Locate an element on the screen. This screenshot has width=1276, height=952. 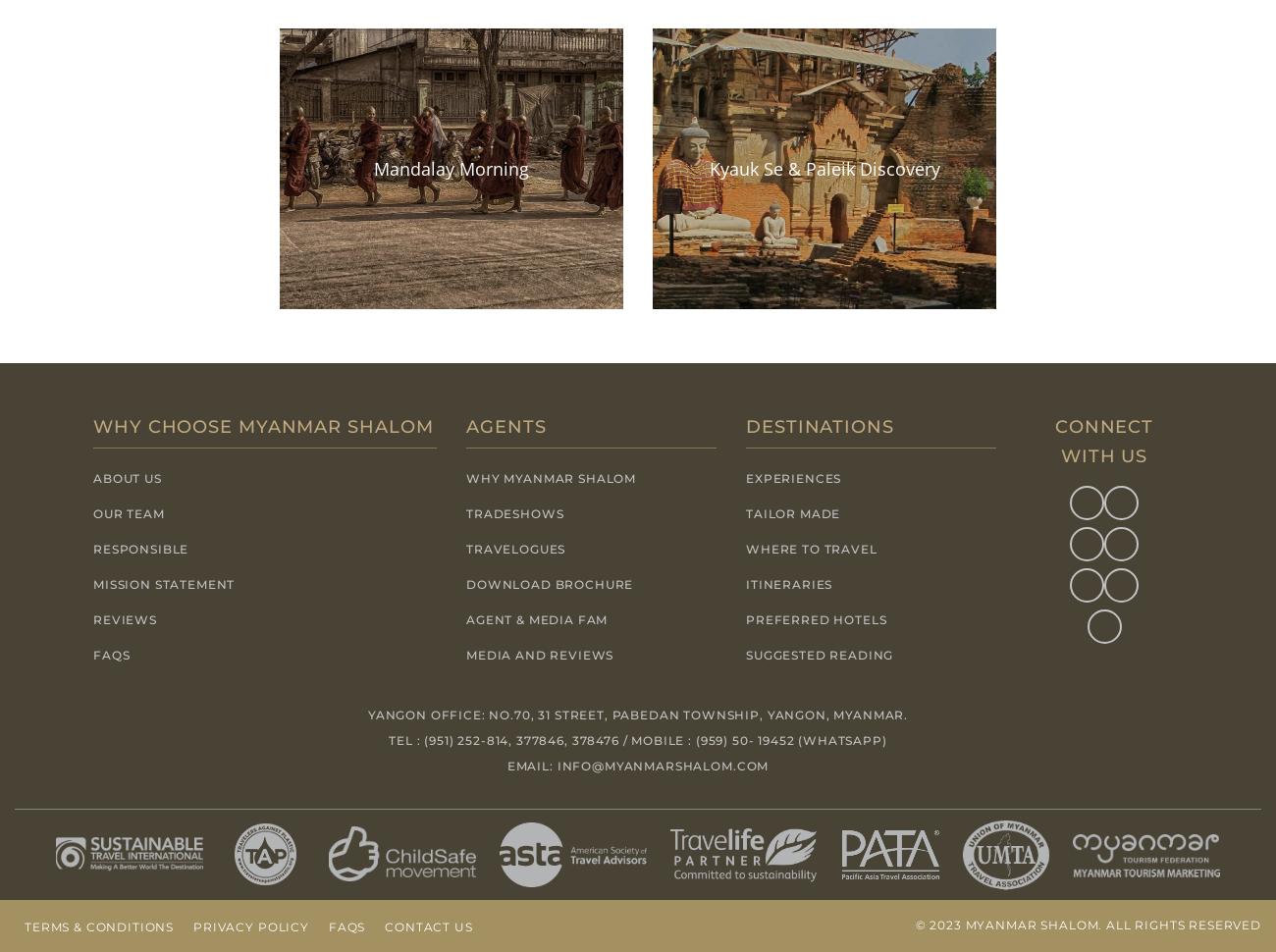
'378476' is located at coordinates (570, 738).